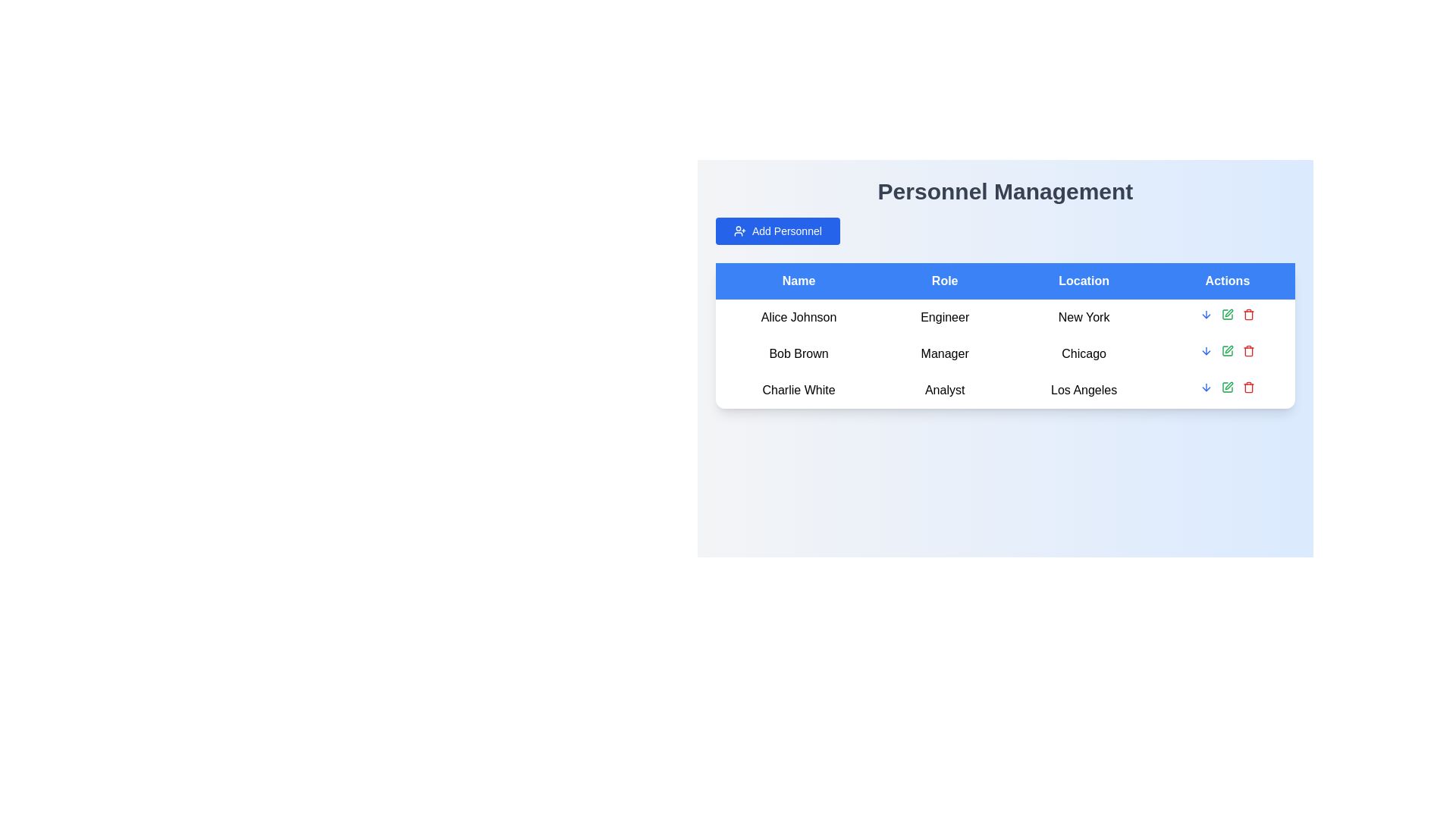 This screenshot has width=1456, height=819. I want to click on to select the first row of the table containing 'Alice Johnson', 'Engineer', and 'New York', so click(1005, 317).